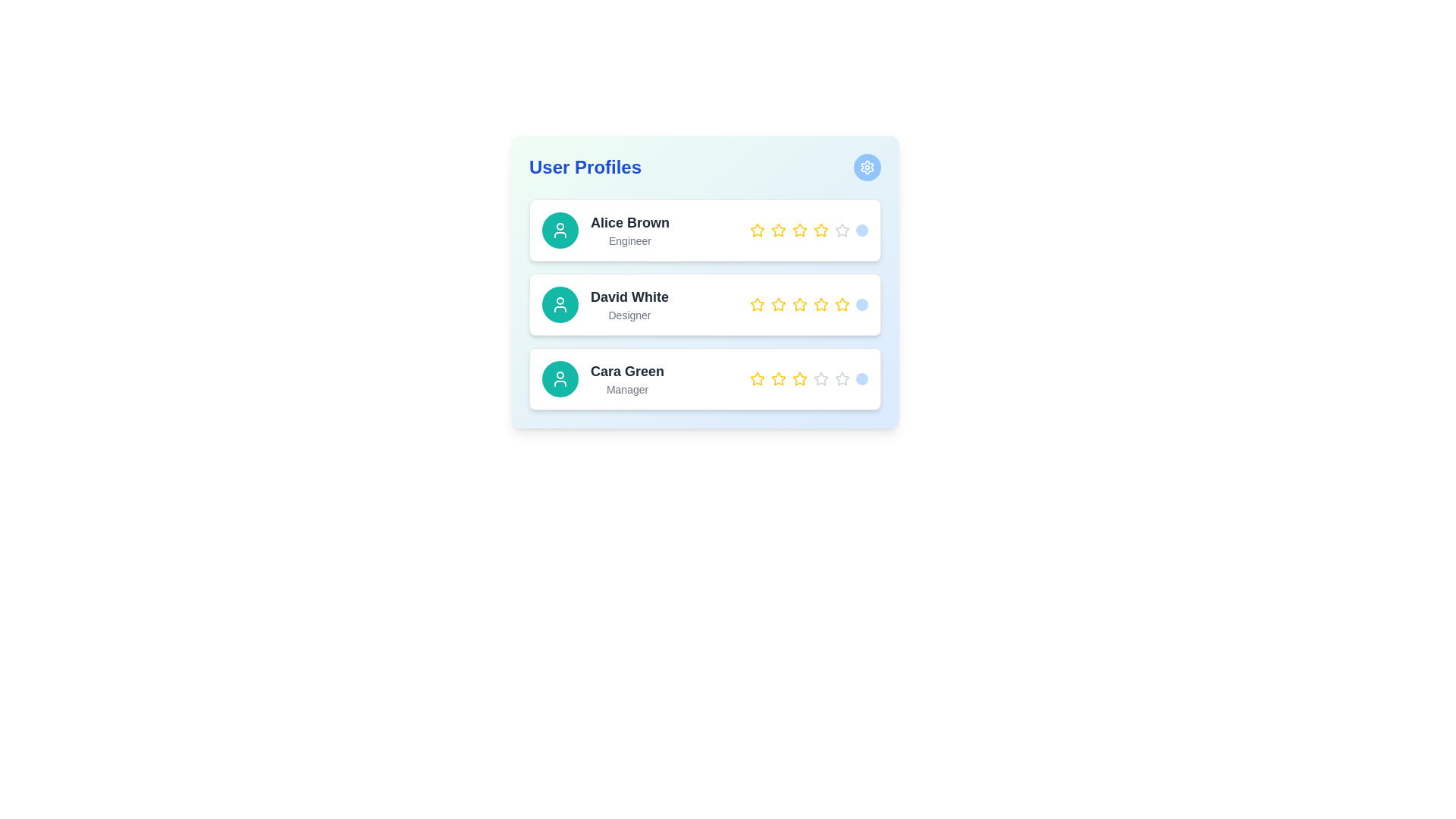  Describe the element at coordinates (808, 378) in the screenshot. I see `an individual star in the rating system for 'Cara Green' to update the rating` at that location.